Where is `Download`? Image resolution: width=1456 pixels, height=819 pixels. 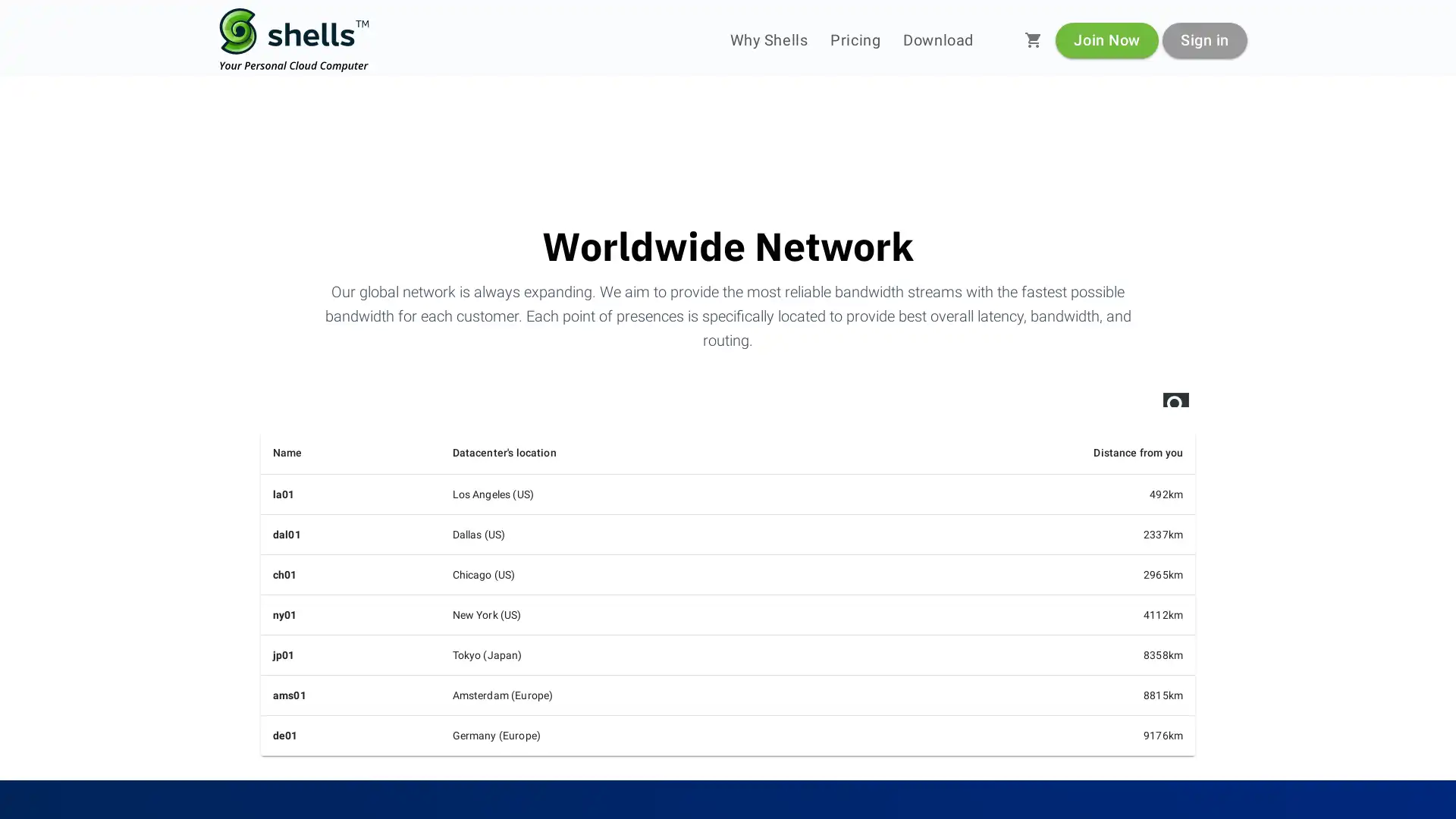 Download is located at coordinates (937, 39).